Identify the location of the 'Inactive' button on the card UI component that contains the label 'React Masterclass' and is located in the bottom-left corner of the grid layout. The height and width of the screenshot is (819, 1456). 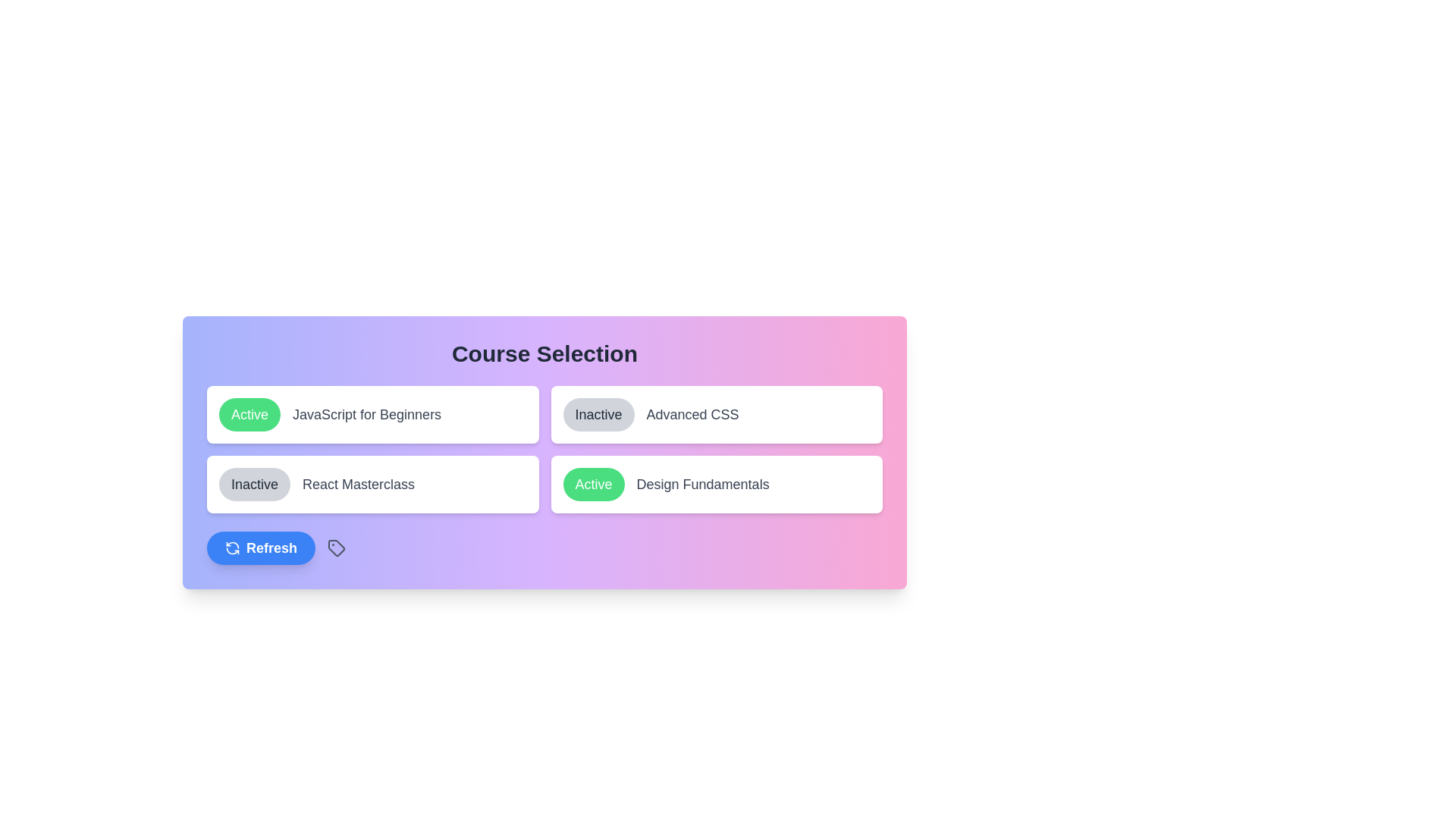
(372, 485).